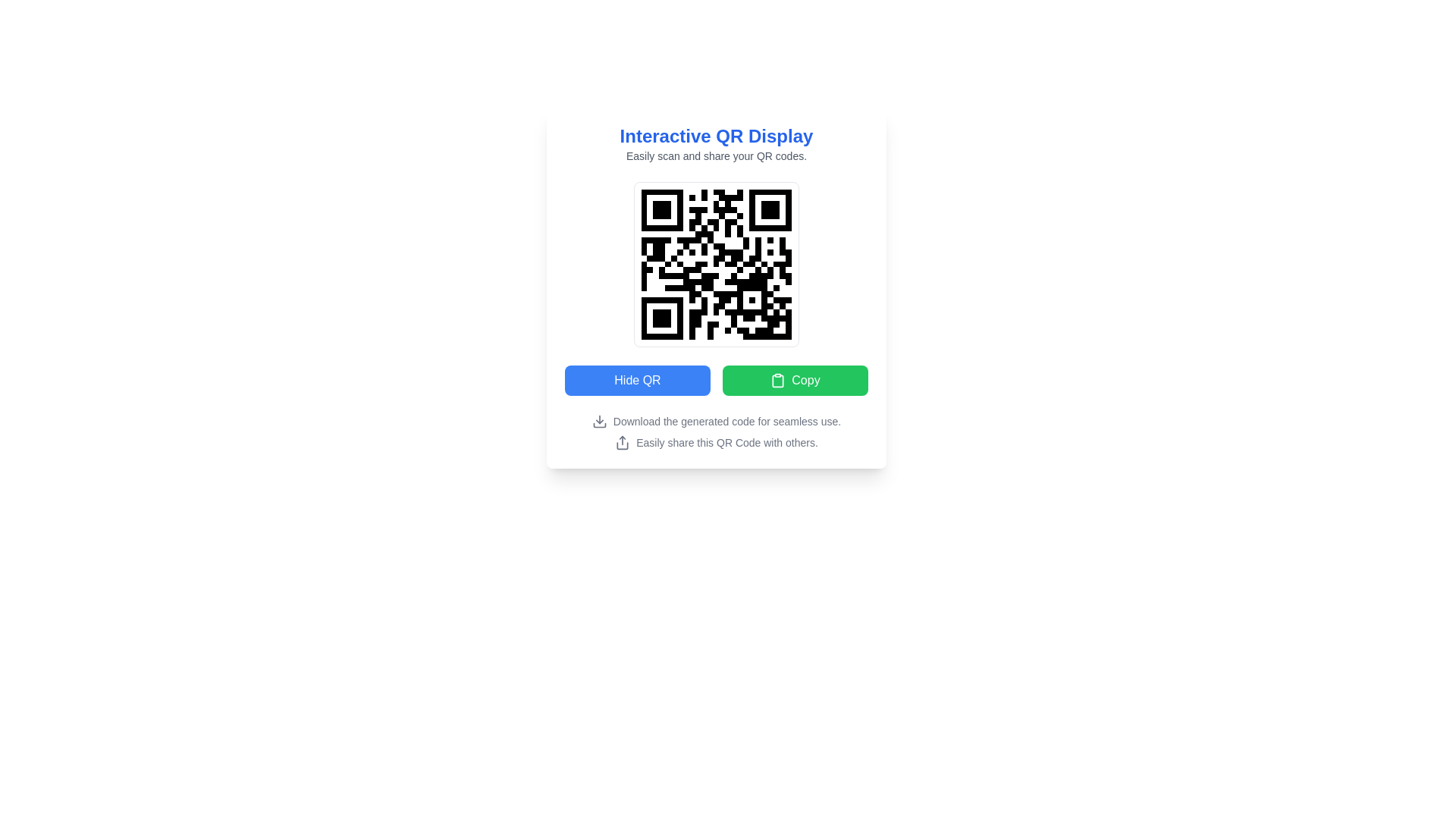 This screenshot has height=819, width=1456. Describe the element at coordinates (716, 155) in the screenshot. I see `the text label reading 'Easily scan and share your QR codes.', which is located directly below the larger text 'Interactive QR Display' in the centered card layout` at that location.